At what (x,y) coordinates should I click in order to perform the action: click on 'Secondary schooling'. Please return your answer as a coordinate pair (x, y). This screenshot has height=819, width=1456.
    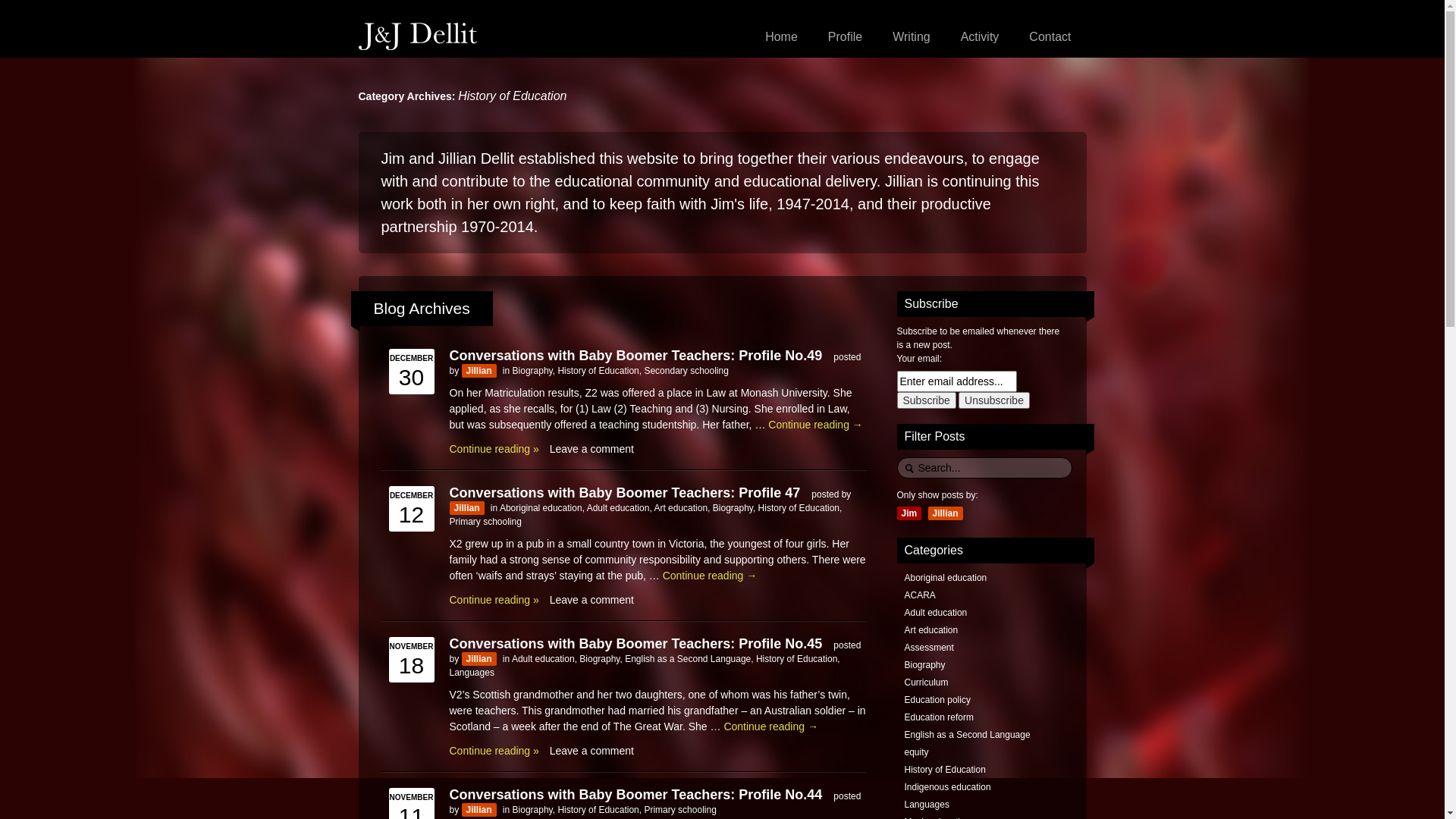
    Looking at the image, I should click on (685, 371).